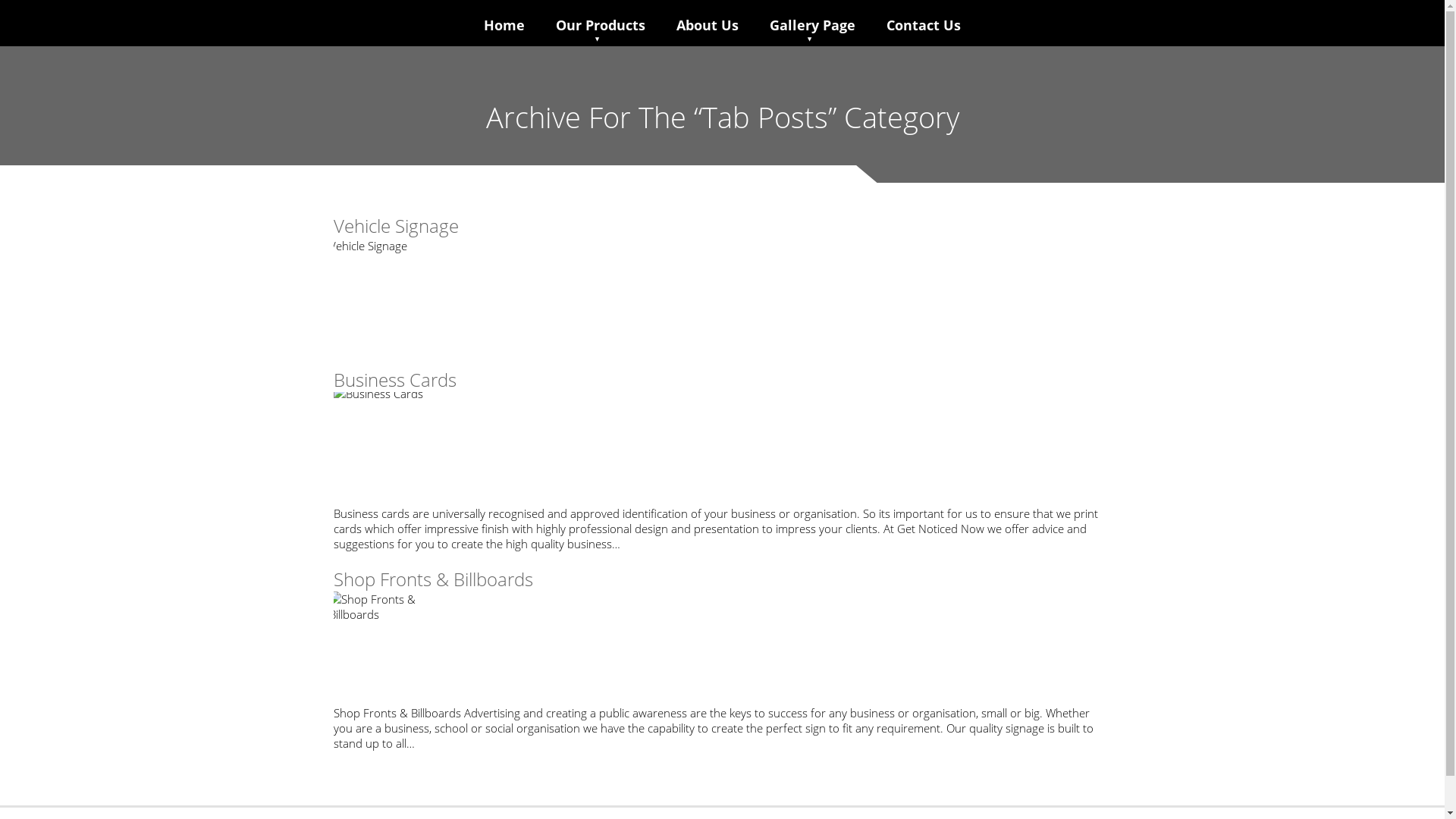  Describe the element at coordinates (396, 225) in the screenshot. I see `'Vehicle Signage'` at that location.